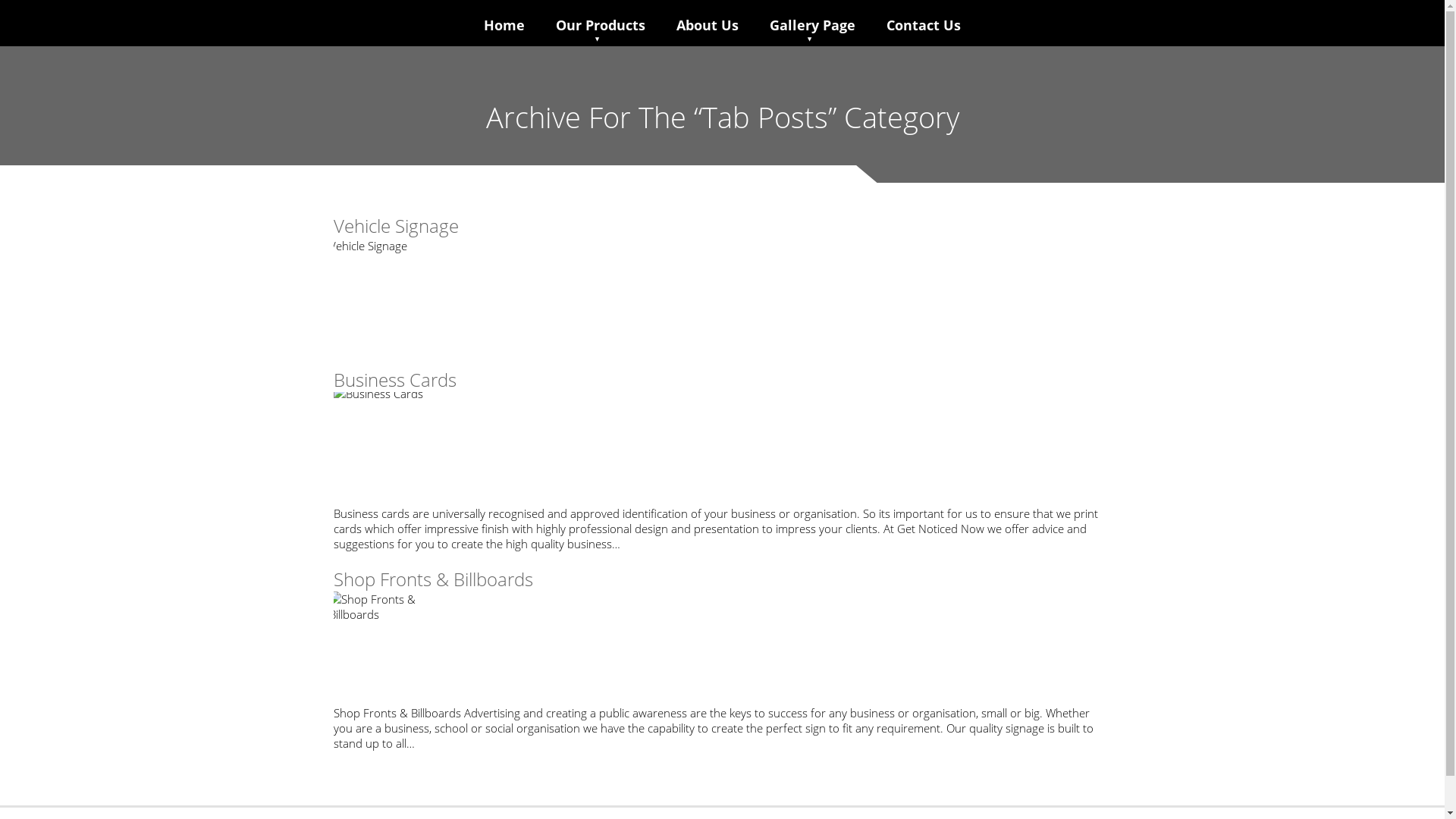  Describe the element at coordinates (396, 225) in the screenshot. I see `'Vehicle Signage'` at that location.